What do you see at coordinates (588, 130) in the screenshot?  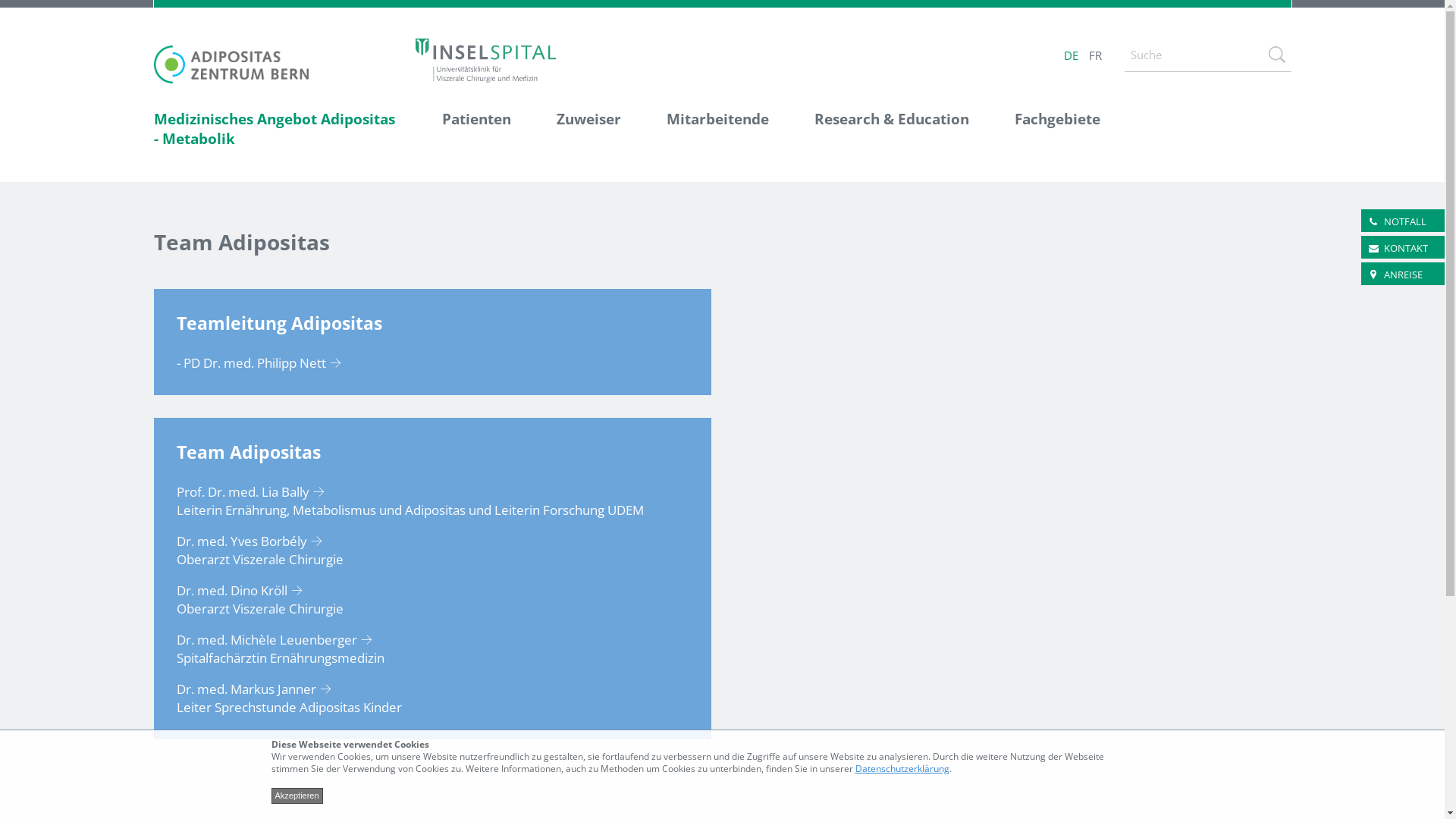 I see `'Zuweiser'` at bounding box center [588, 130].